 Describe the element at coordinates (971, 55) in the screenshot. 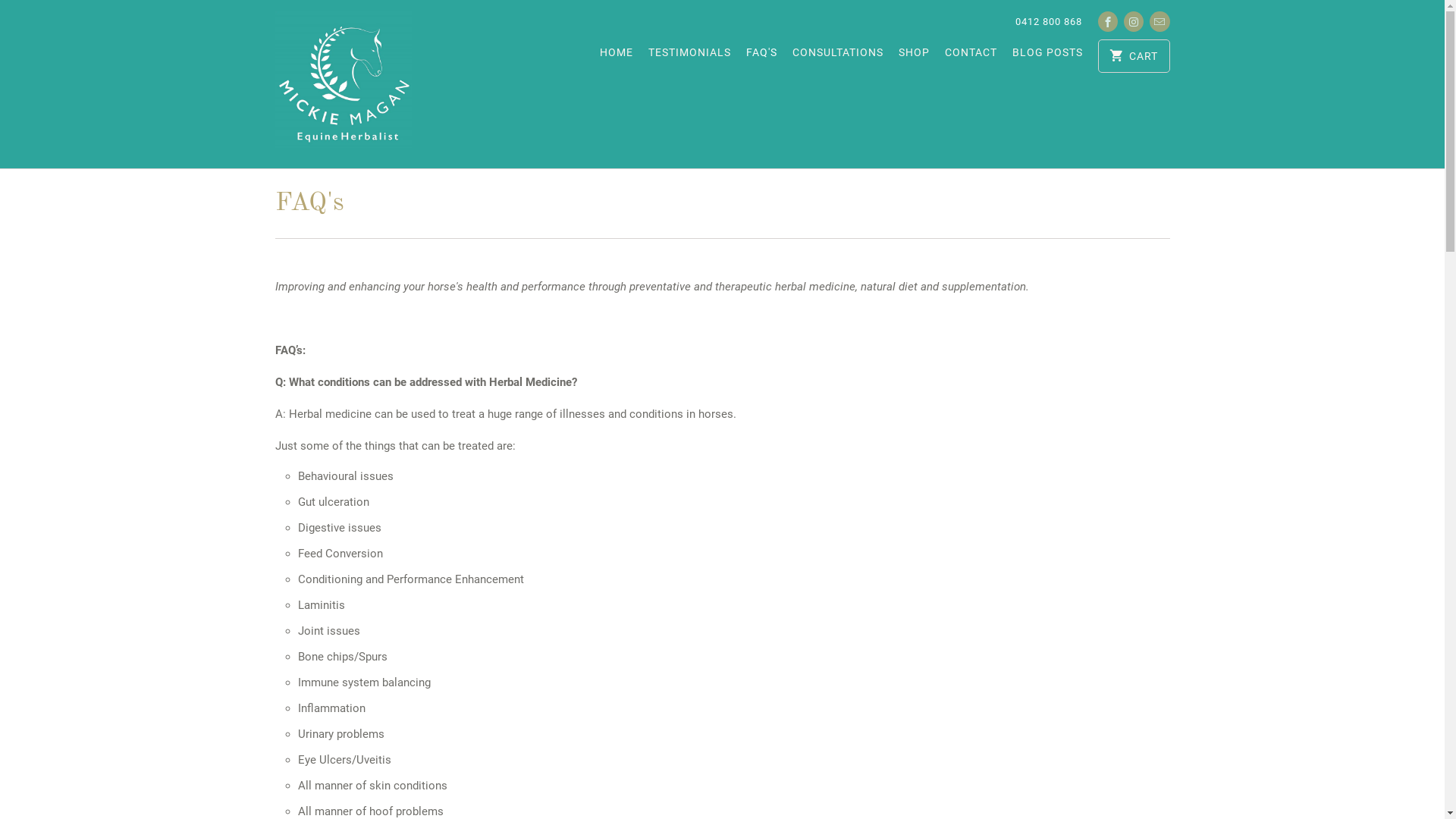

I see `'CONTACT'` at that location.